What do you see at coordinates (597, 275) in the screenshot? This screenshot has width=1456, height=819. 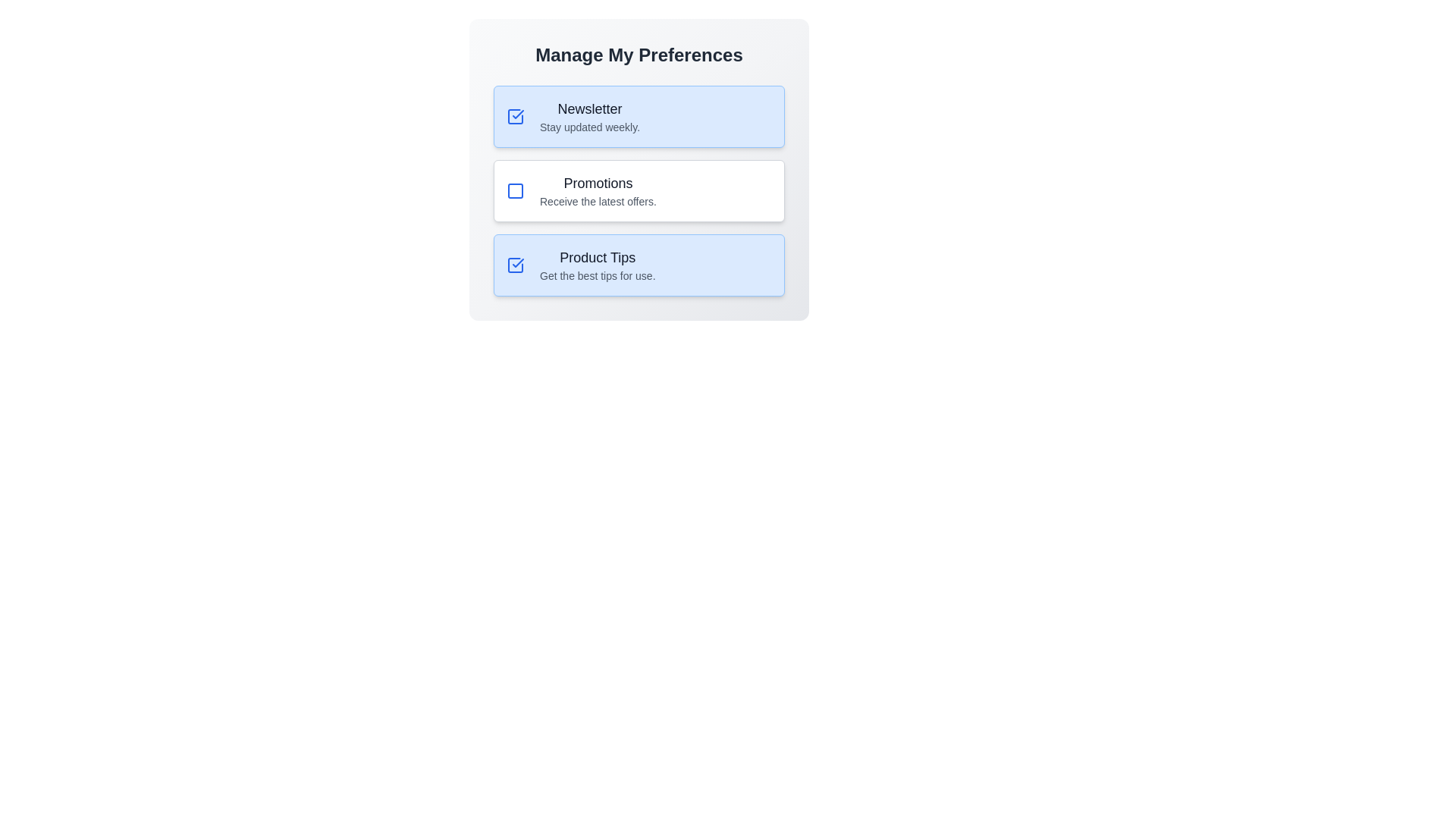 I see `the Text Label providing additional information related to the 'Product Tips' section, located underneath the title text within the 'Manage My Preferences' group` at bounding box center [597, 275].